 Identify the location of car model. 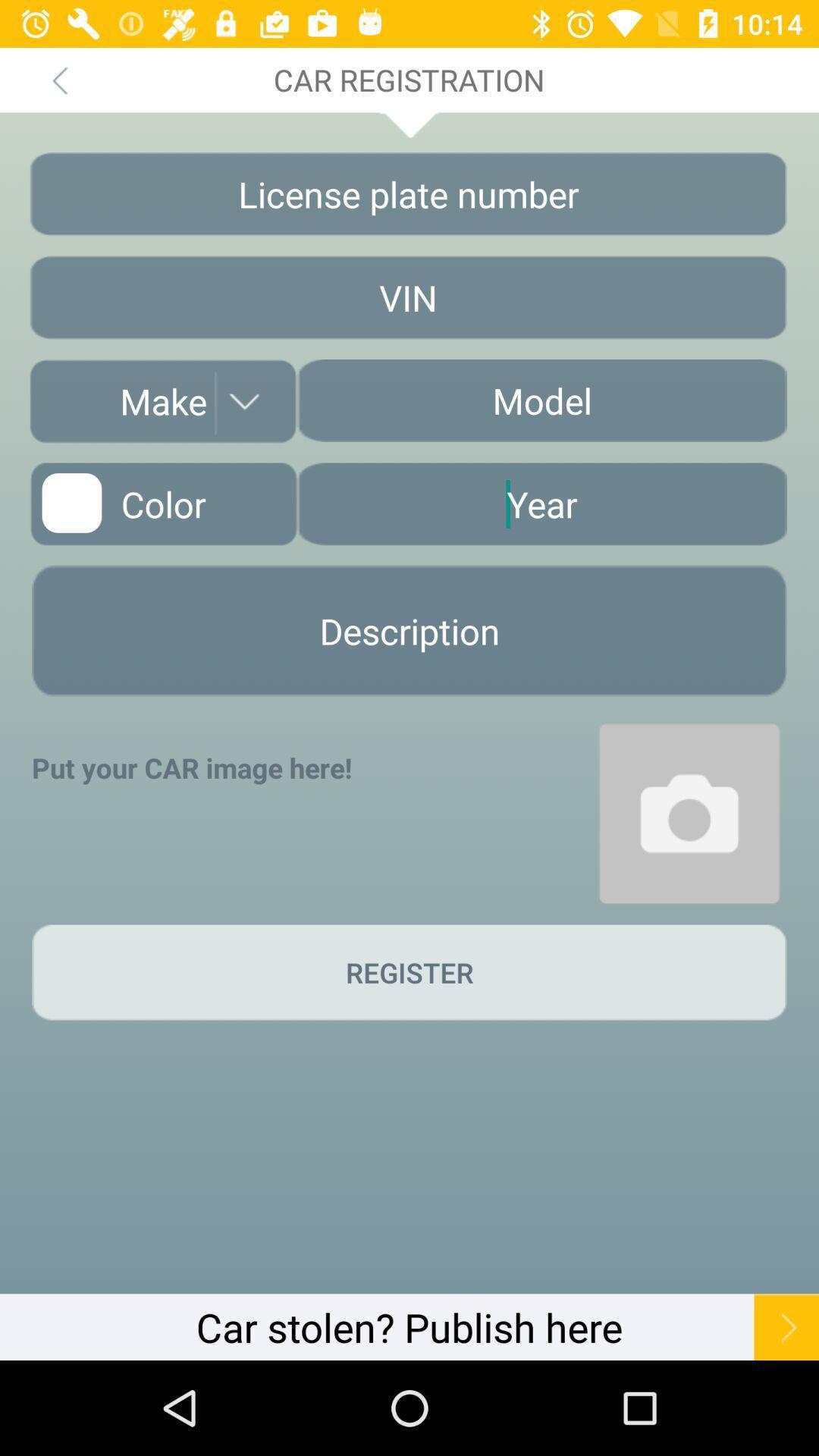
(541, 400).